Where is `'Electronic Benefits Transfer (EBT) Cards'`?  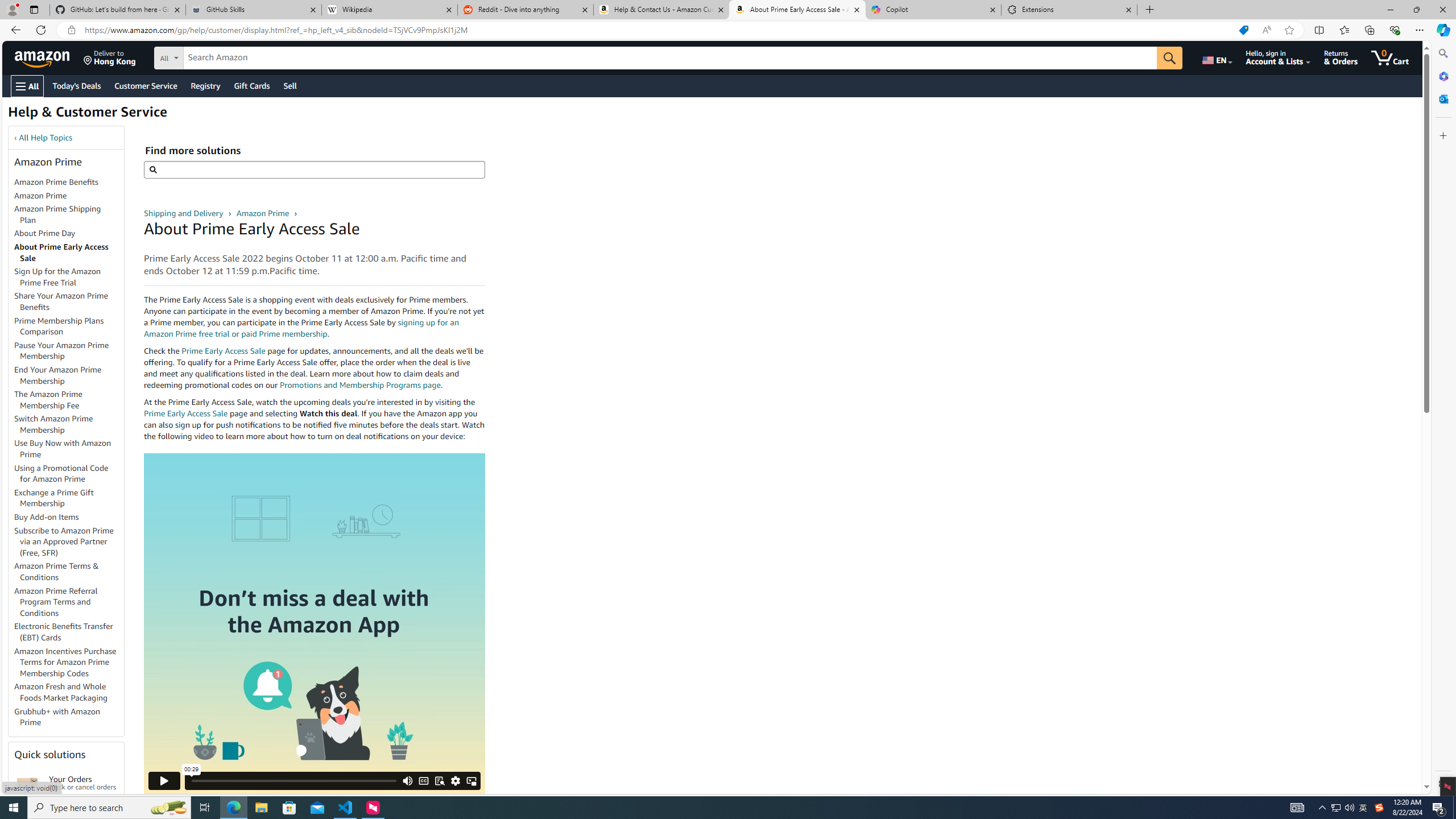 'Electronic Benefits Transfer (EBT) Cards' is located at coordinates (63, 631).